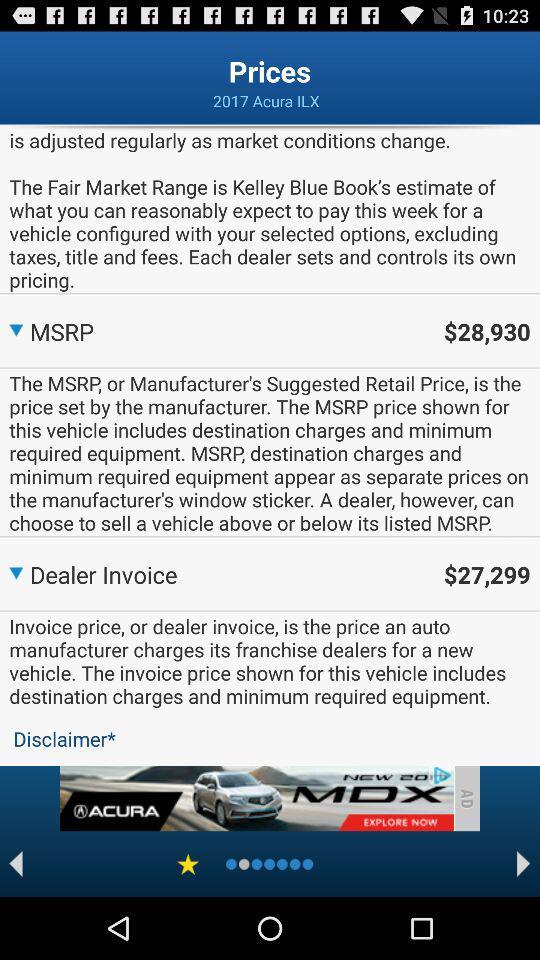 The image size is (540, 960). What do you see at coordinates (256, 798) in the screenshot?
I see `advertisement` at bounding box center [256, 798].